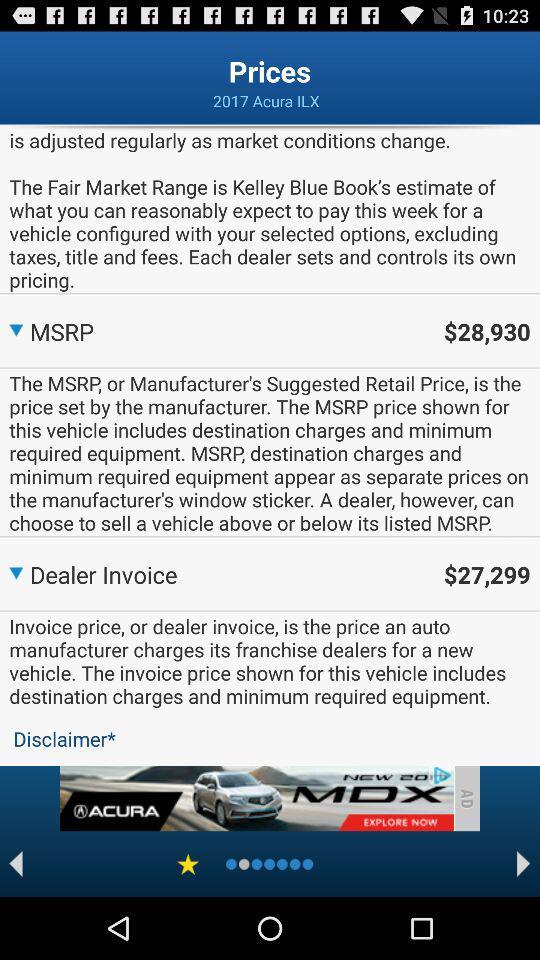 The image size is (540, 960). What do you see at coordinates (256, 798) in the screenshot?
I see `advertisement` at bounding box center [256, 798].